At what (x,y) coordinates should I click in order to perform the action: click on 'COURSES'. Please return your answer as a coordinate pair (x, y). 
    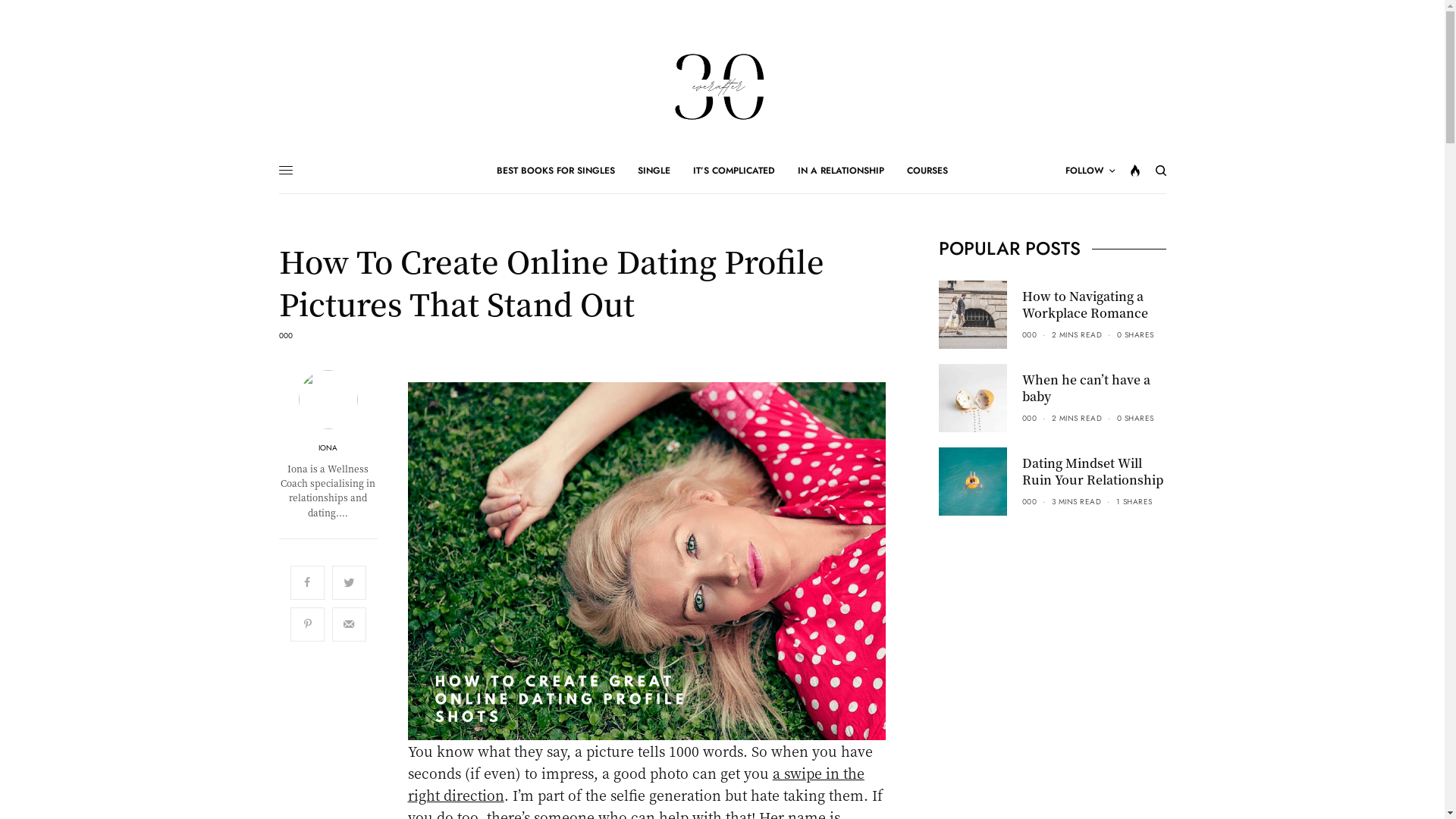
    Looking at the image, I should click on (906, 170).